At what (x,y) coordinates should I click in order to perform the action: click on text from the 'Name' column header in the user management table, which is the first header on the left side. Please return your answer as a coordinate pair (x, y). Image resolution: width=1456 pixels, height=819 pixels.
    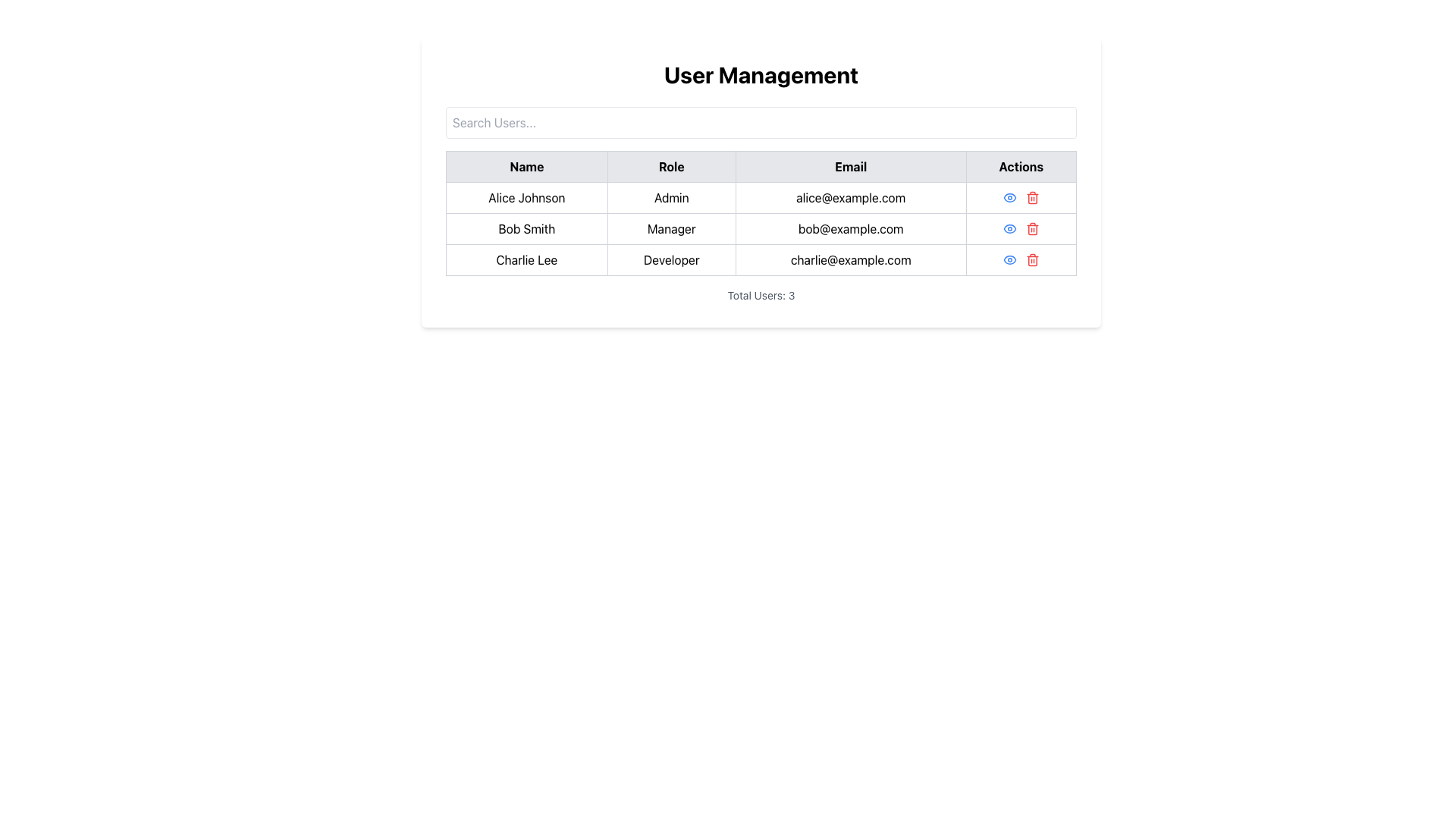
    Looking at the image, I should click on (526, 166).